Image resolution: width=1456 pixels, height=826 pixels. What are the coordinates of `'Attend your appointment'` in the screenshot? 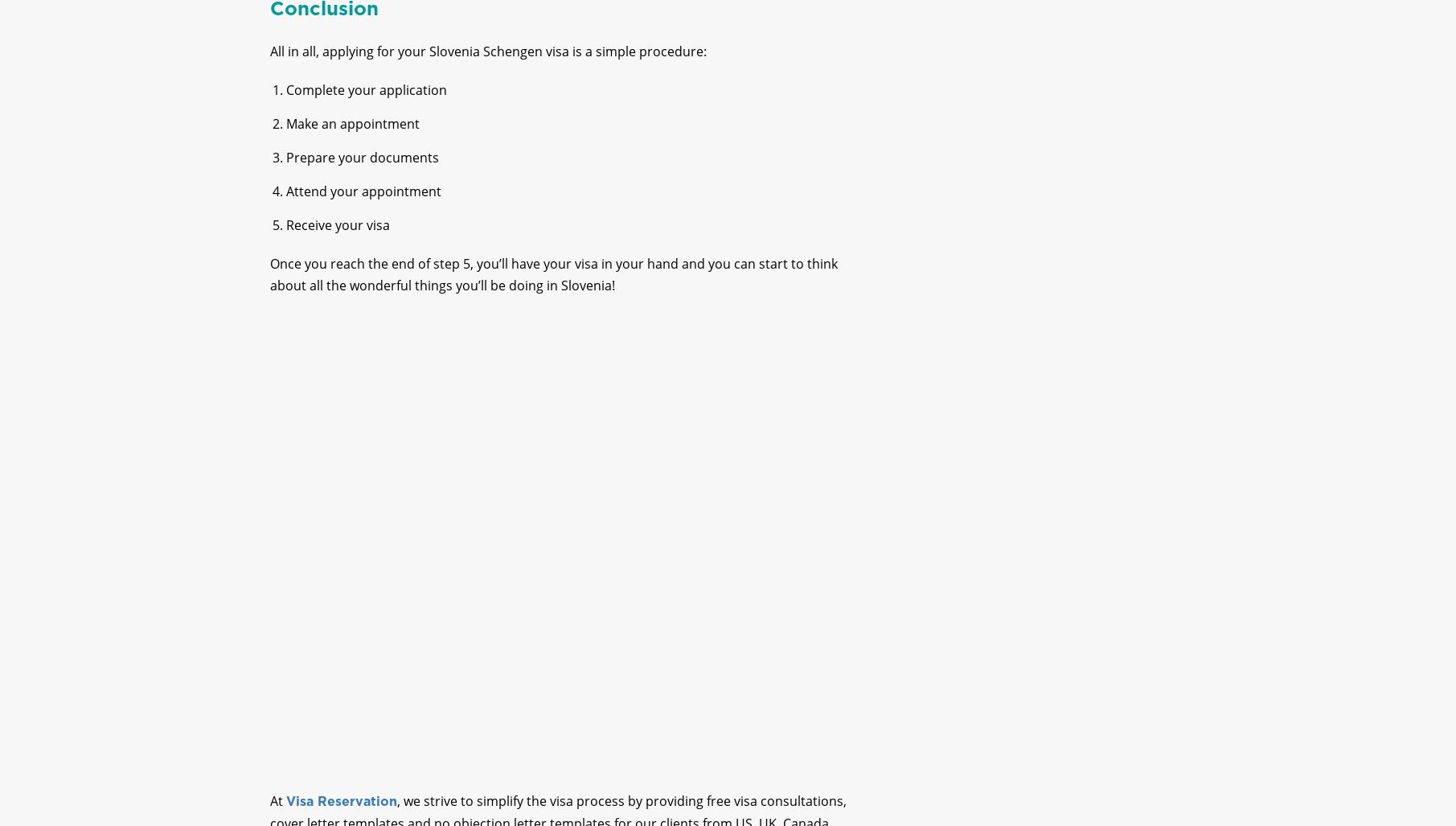 It's located at (363, 205).